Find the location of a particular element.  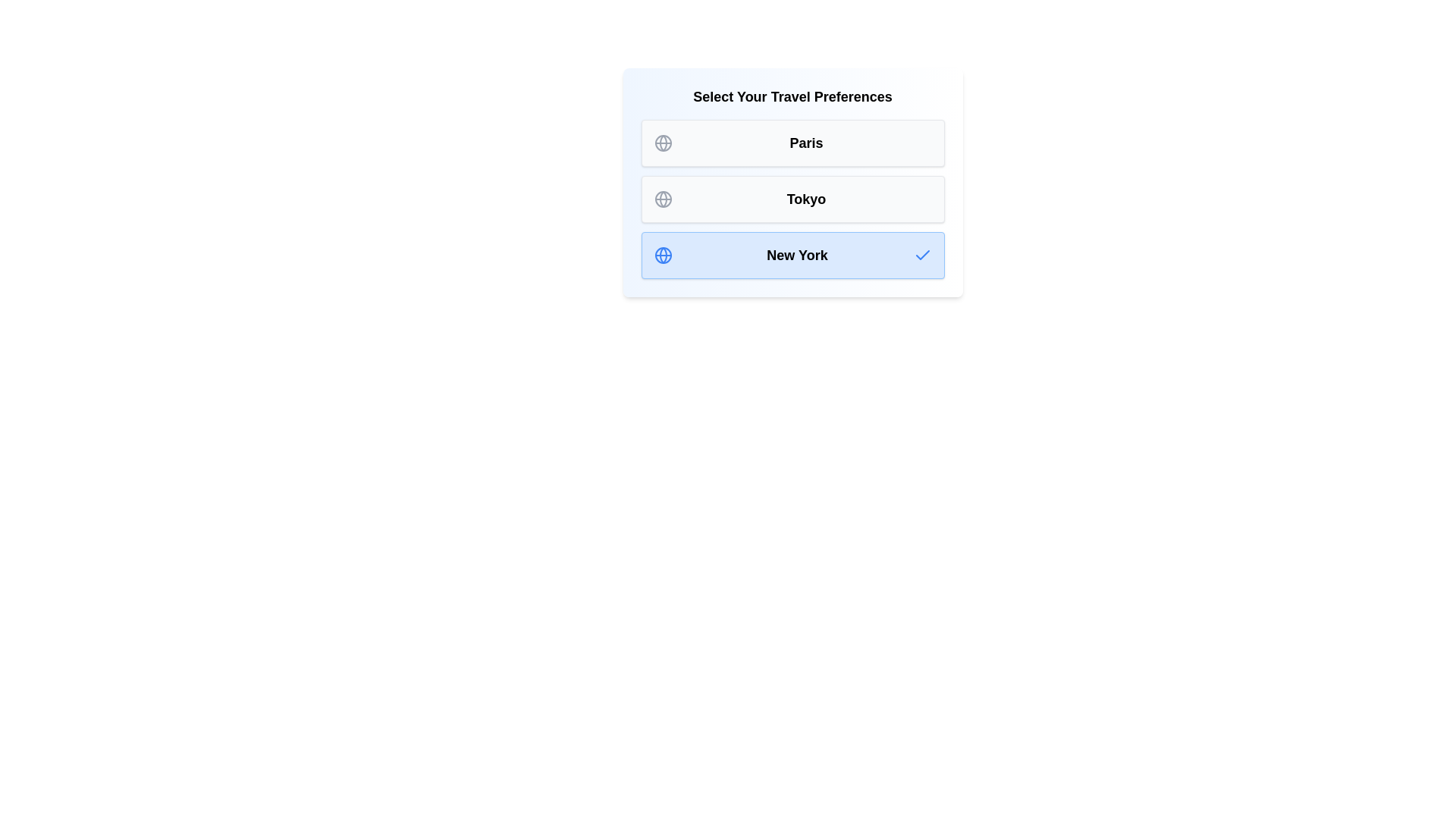

the destination New York is located at coordinates (792, 254).